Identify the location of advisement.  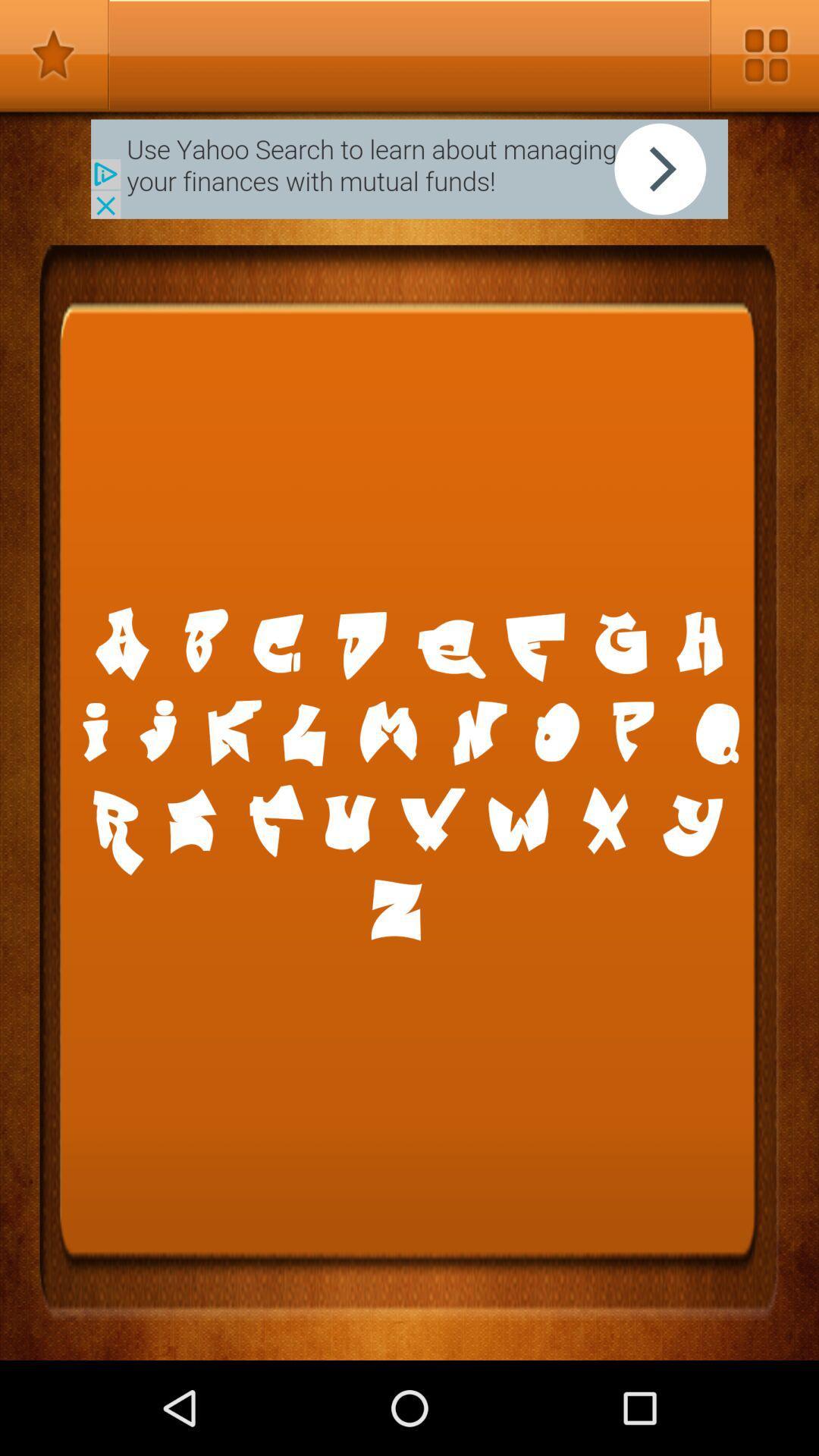
(409, 169).